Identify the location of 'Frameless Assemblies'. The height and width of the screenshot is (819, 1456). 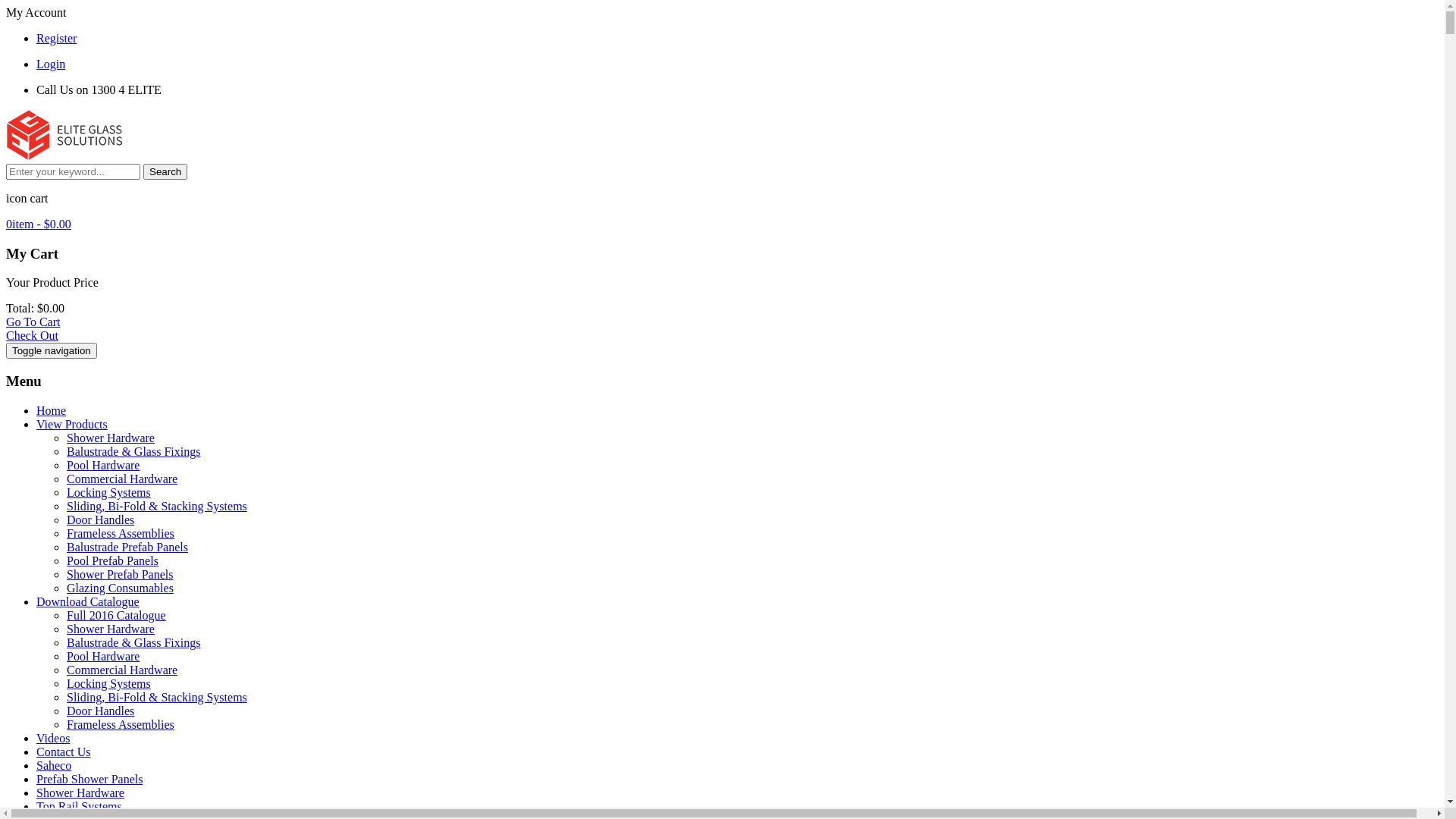
(119, 723).